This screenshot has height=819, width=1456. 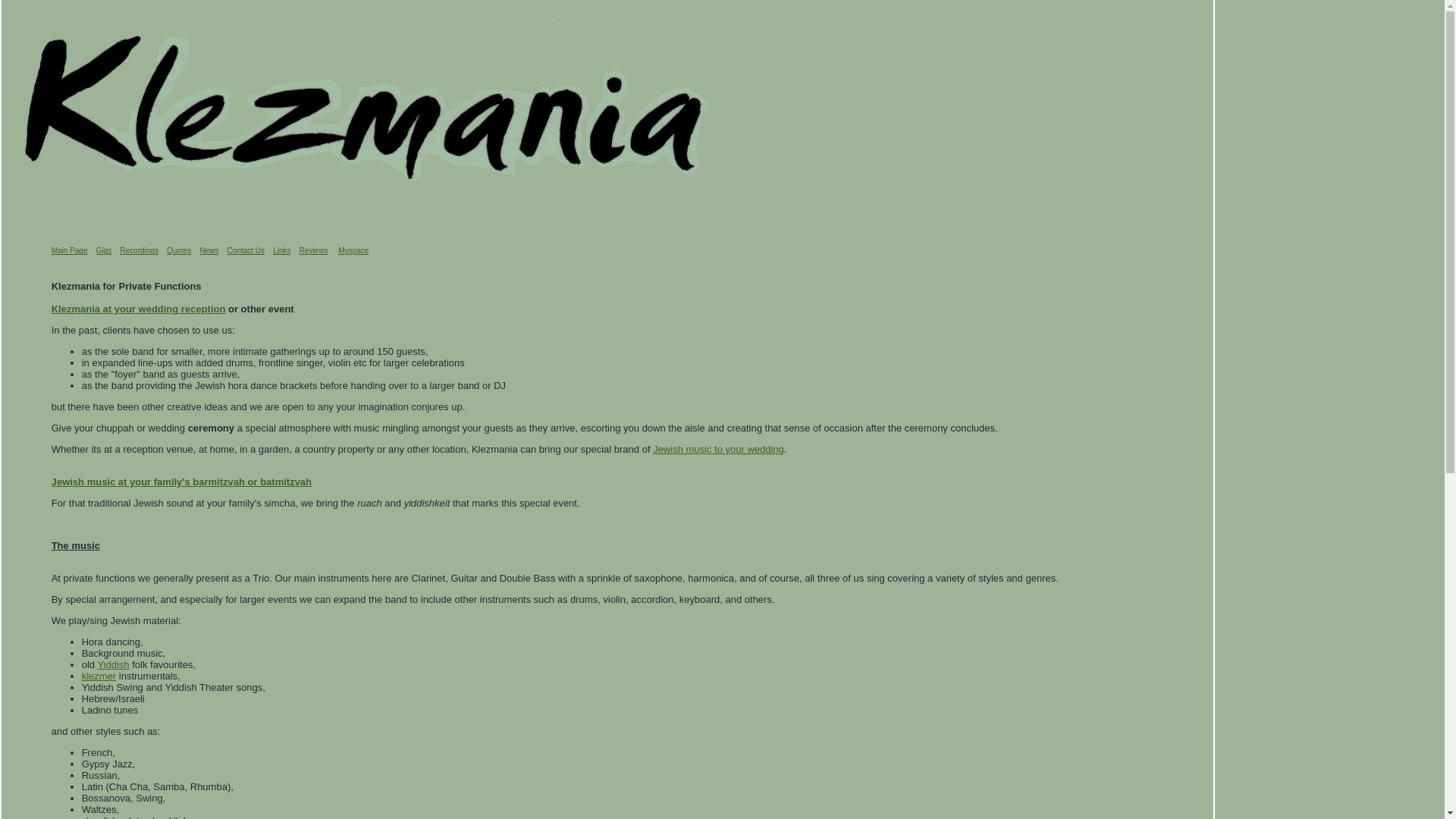 I want to click on 'Yiddish', so click(x=111, y=664).